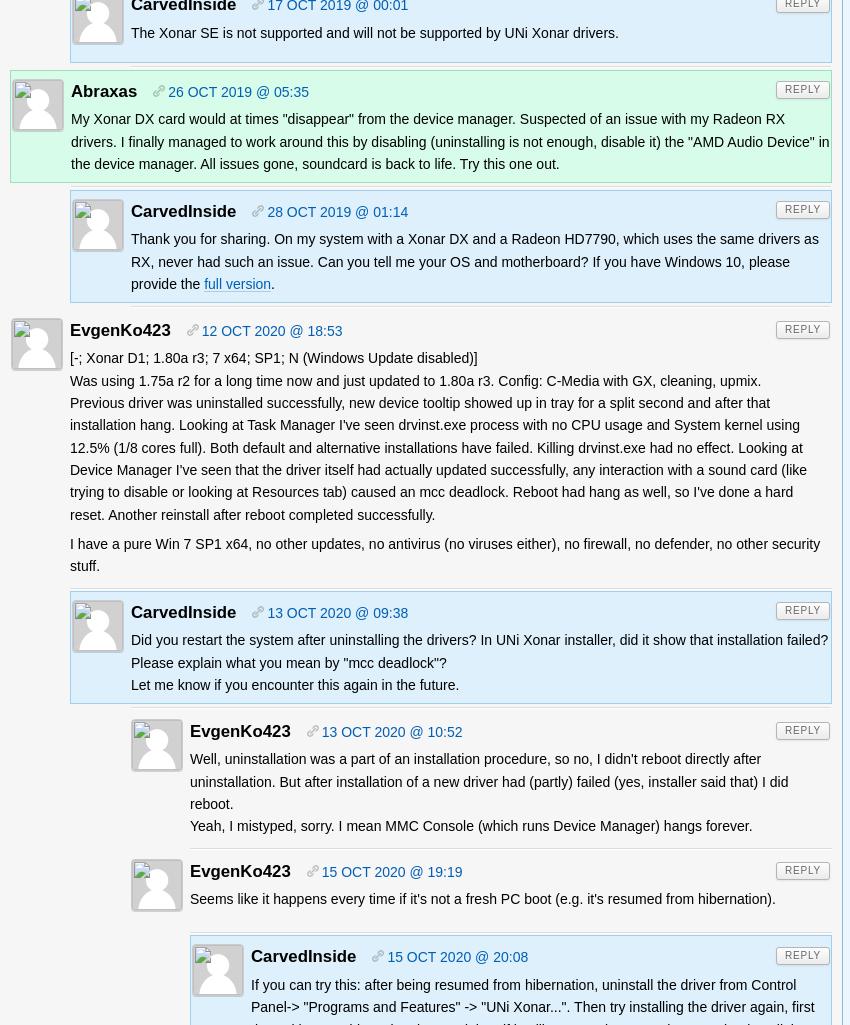 The height and width of the screenshot is (1025, 850). Describe the element at coordinates (70, 553) in the screenshot. I see `'I have a pure Win 7 SP1 x64, no other updates, no antivirus (no viruses either), no firewall, no defender, no other security stuff.'` at that location.